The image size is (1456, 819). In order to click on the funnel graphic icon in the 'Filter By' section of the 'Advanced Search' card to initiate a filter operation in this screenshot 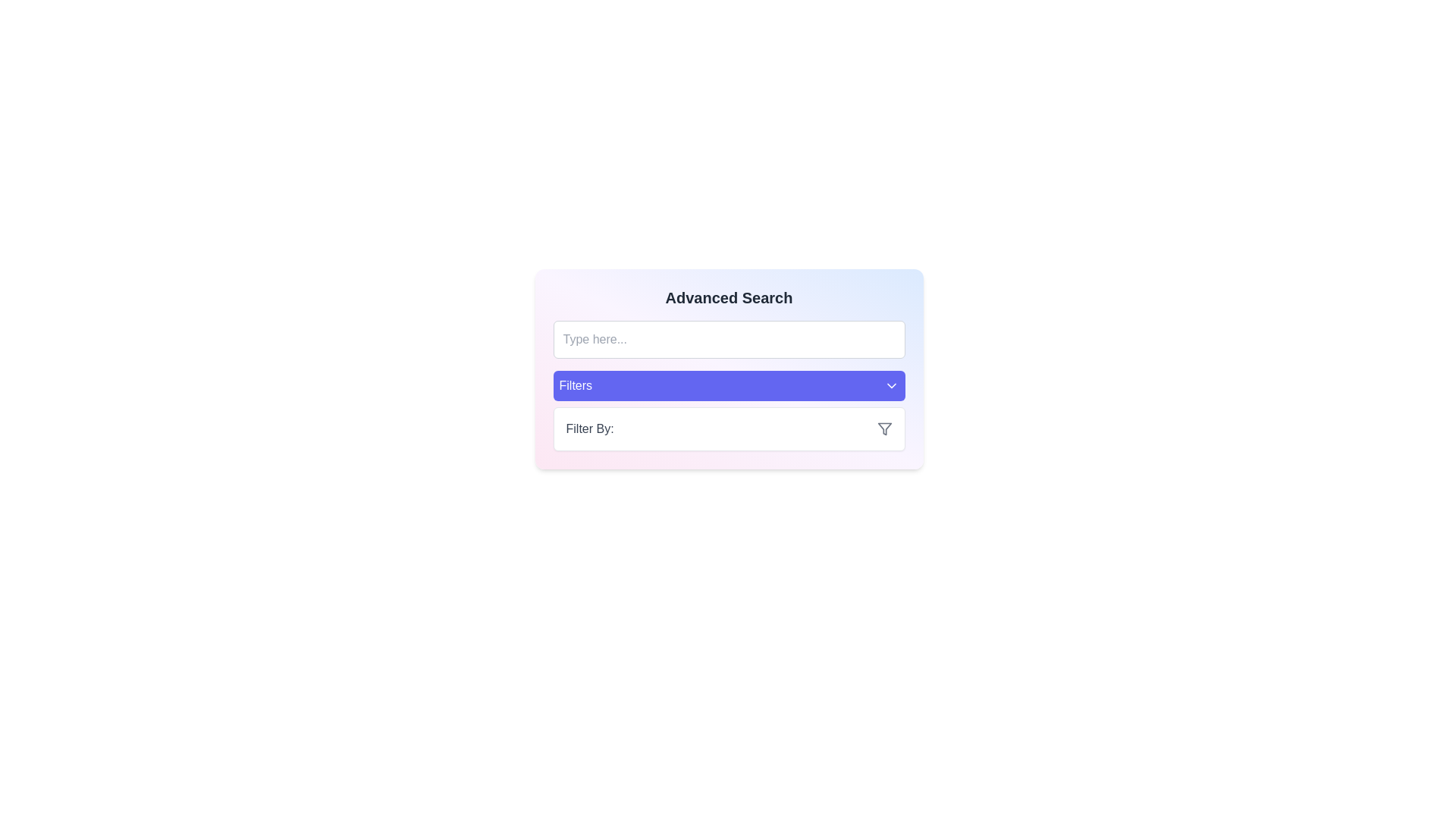, I will do `click(884, 429)`.